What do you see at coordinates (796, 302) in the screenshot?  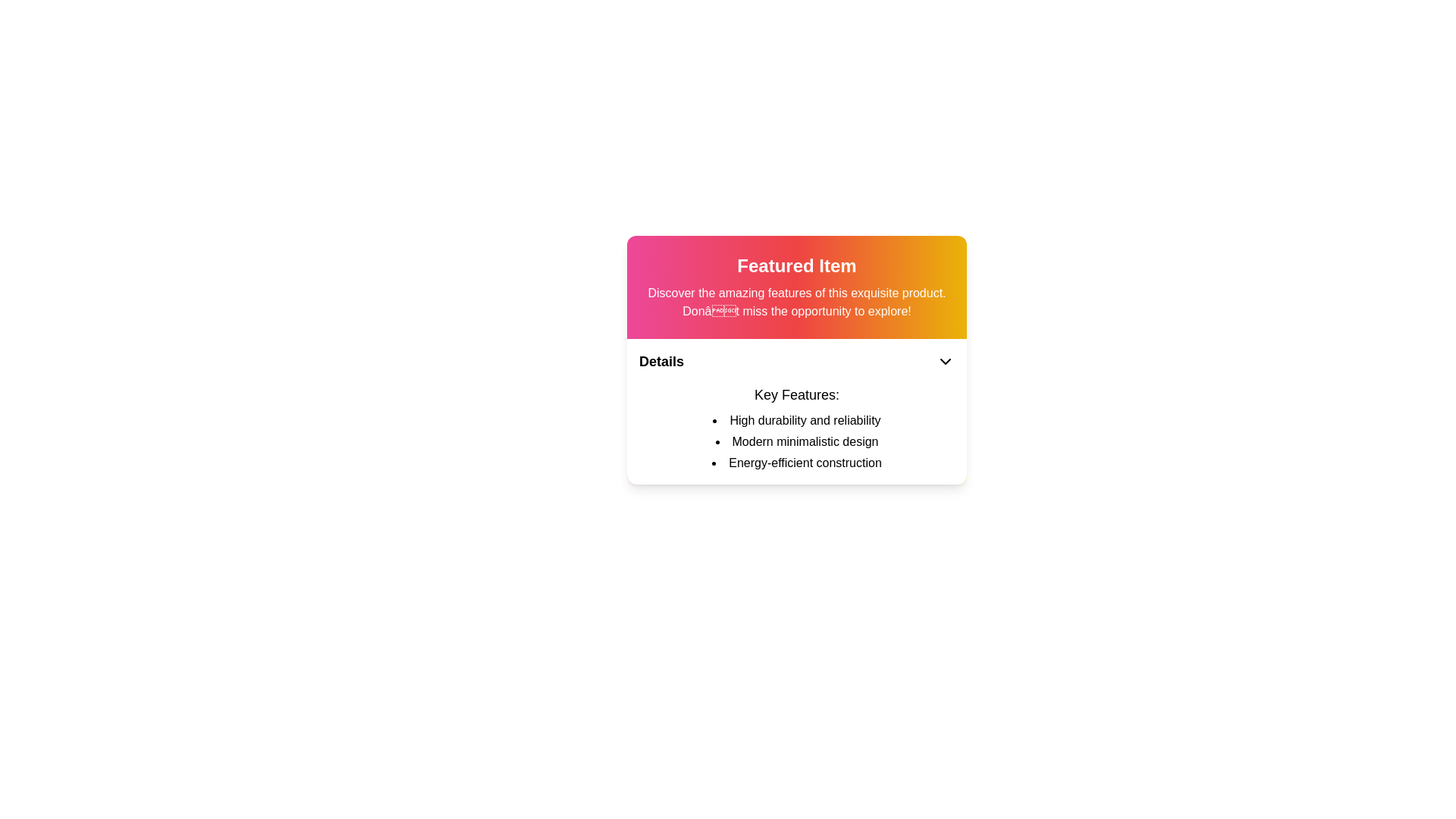 I see `promotional text paragraph styled in white against a vibrant gradient background, located below the bold title 'Featured Item'` at bounding box center [796, 302].